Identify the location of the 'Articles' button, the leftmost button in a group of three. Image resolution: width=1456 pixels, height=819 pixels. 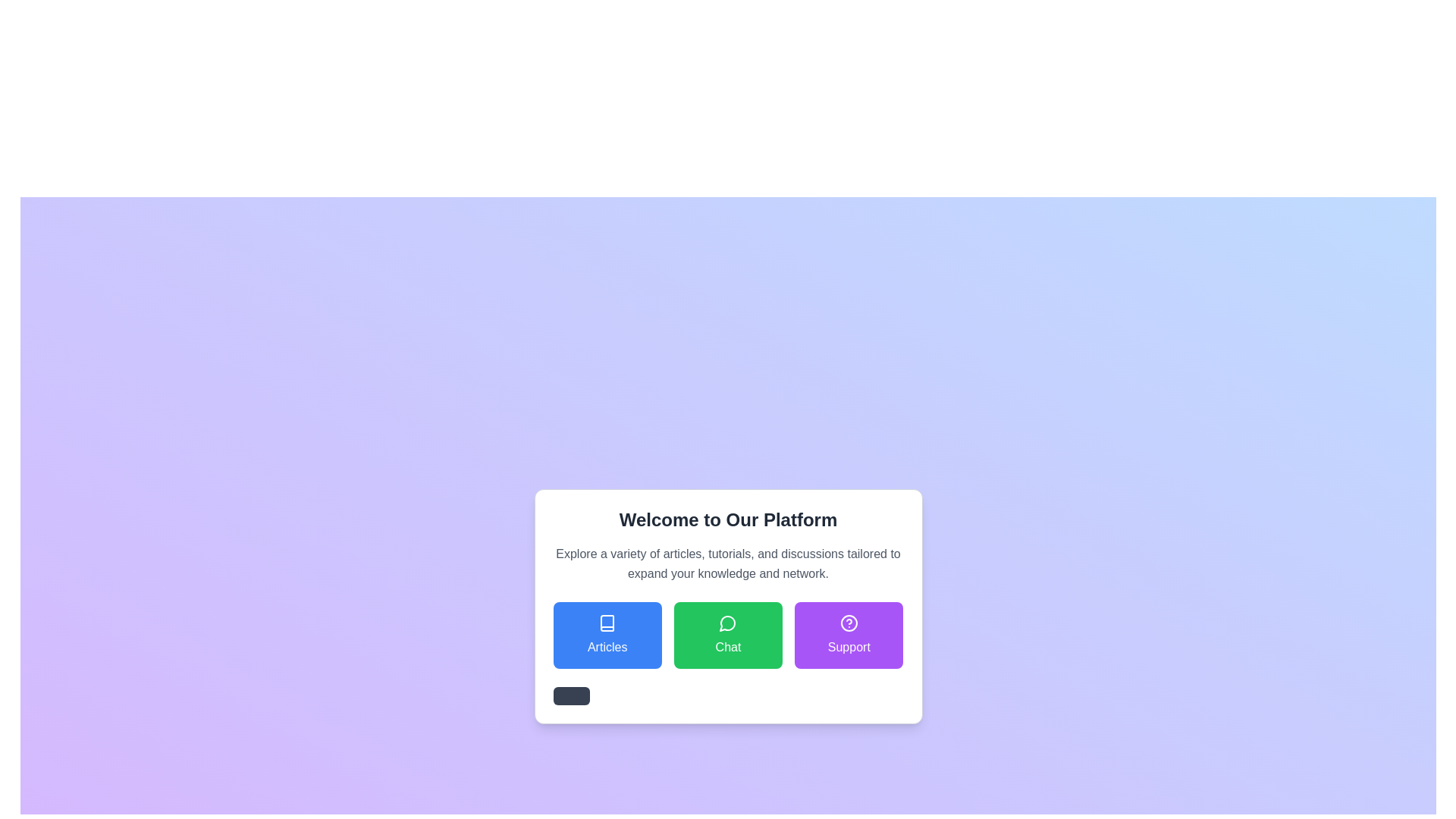
(607, 635).